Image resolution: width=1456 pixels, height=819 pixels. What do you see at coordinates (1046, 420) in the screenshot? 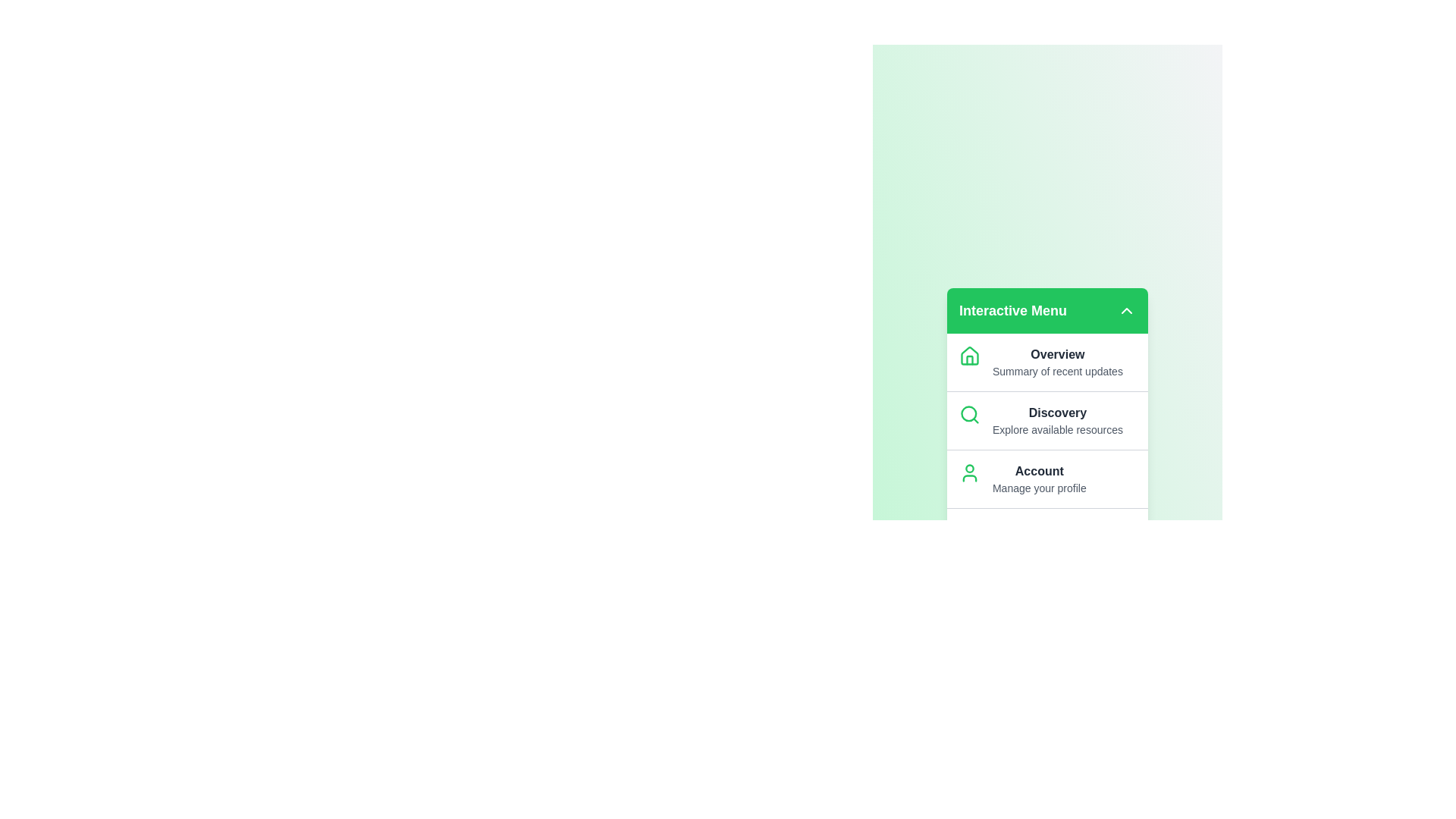
I see `the menu item labeled Discovery to view its hover effect` at bounding box center [1046, 420].